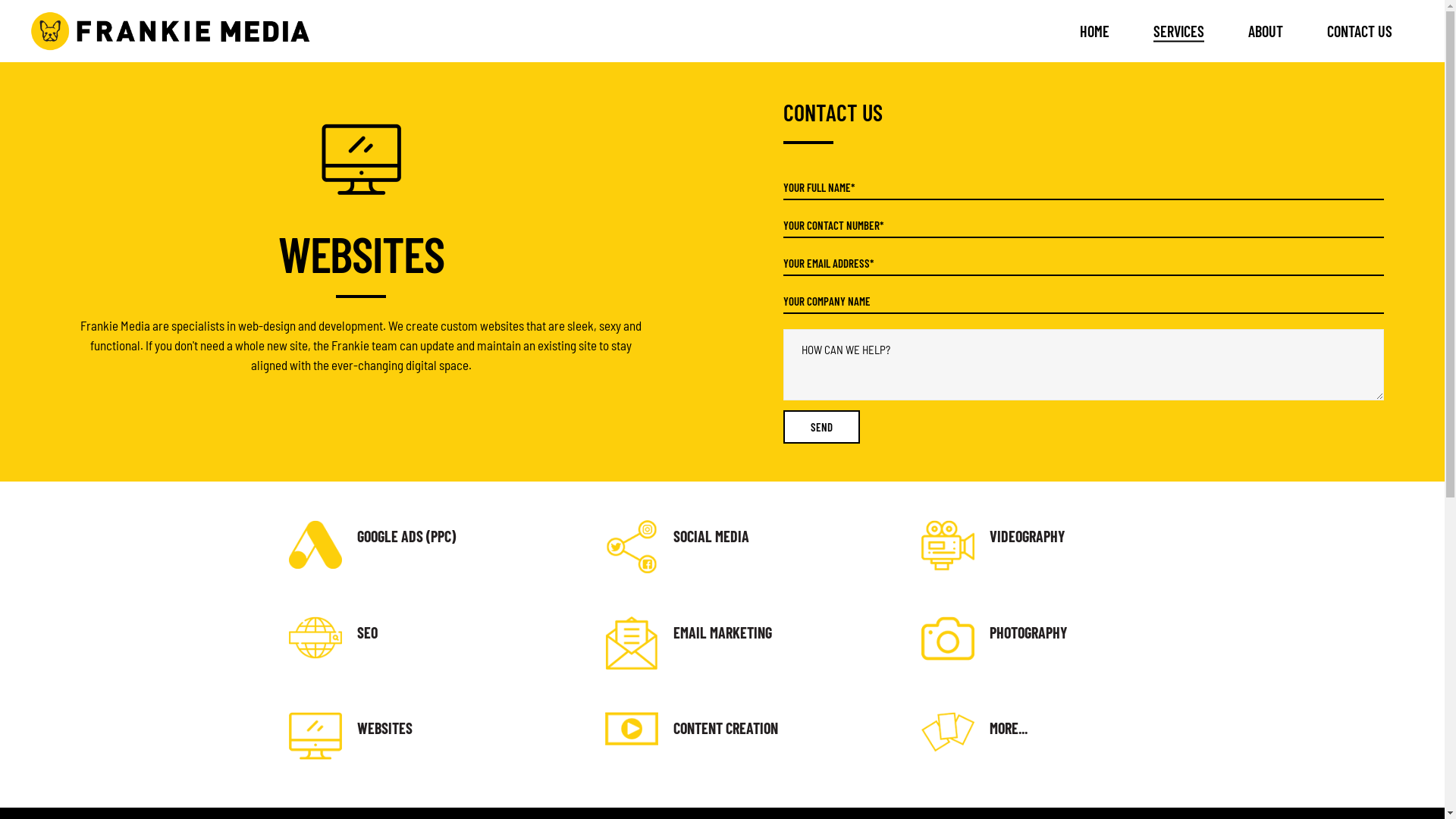  What do you see at coordinates (820, 427) in the screenshot?
I see `'SEND'` at bounding box center [820, 427].